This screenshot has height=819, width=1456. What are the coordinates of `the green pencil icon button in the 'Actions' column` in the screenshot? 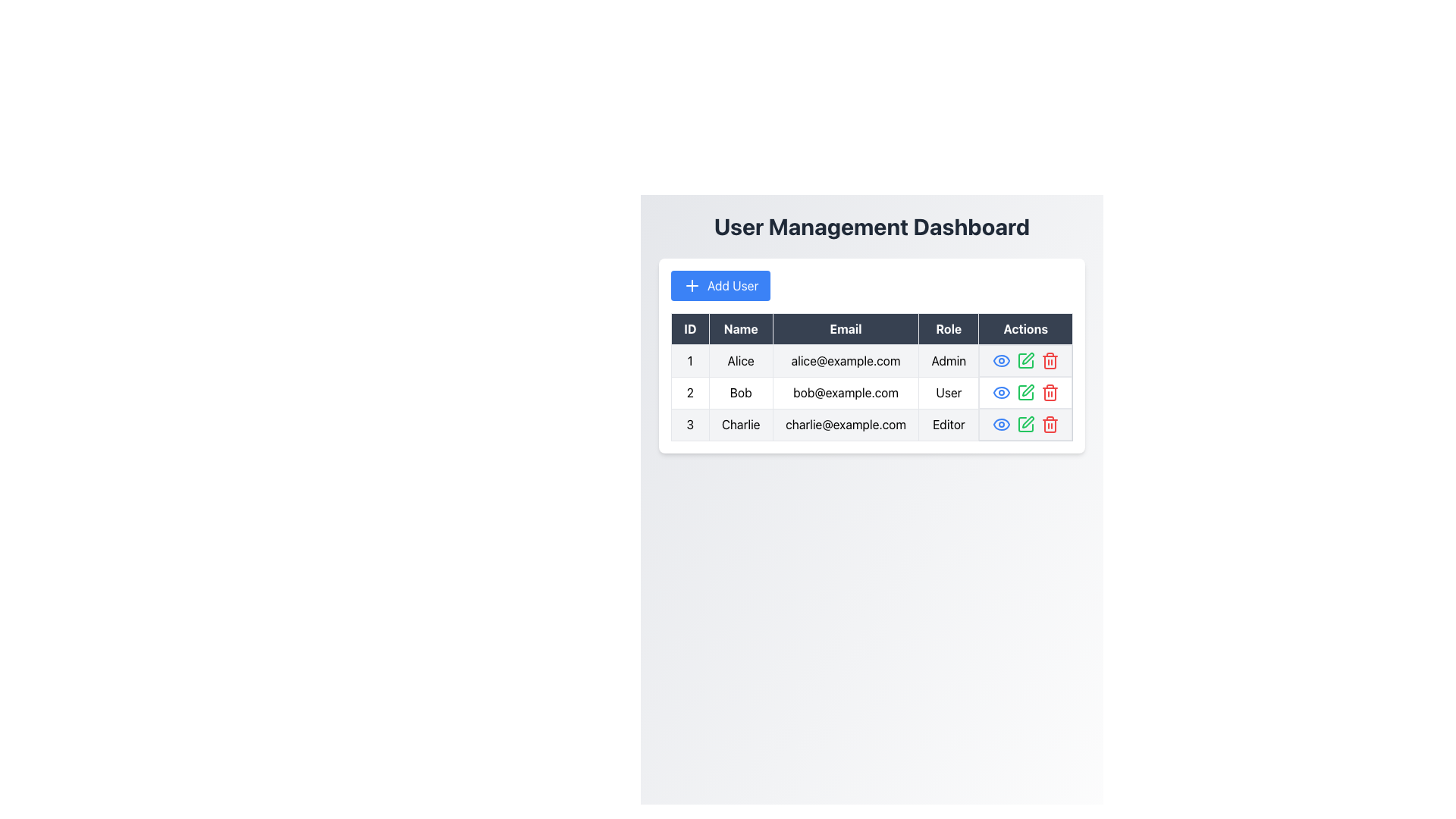 It's located at (1025, 360).